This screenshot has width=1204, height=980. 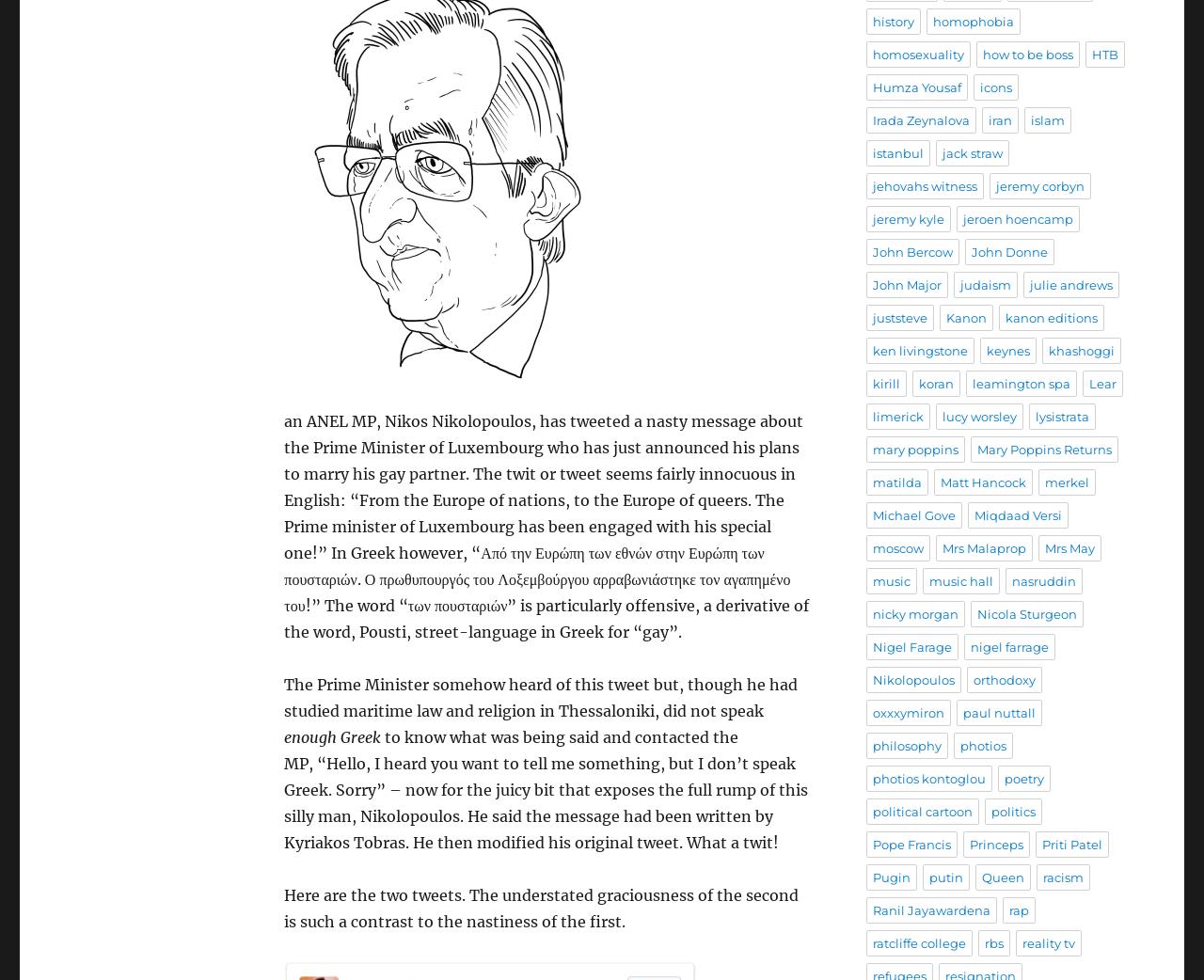 I want to click on 'kanon editions', so click(x=1050, y=318).